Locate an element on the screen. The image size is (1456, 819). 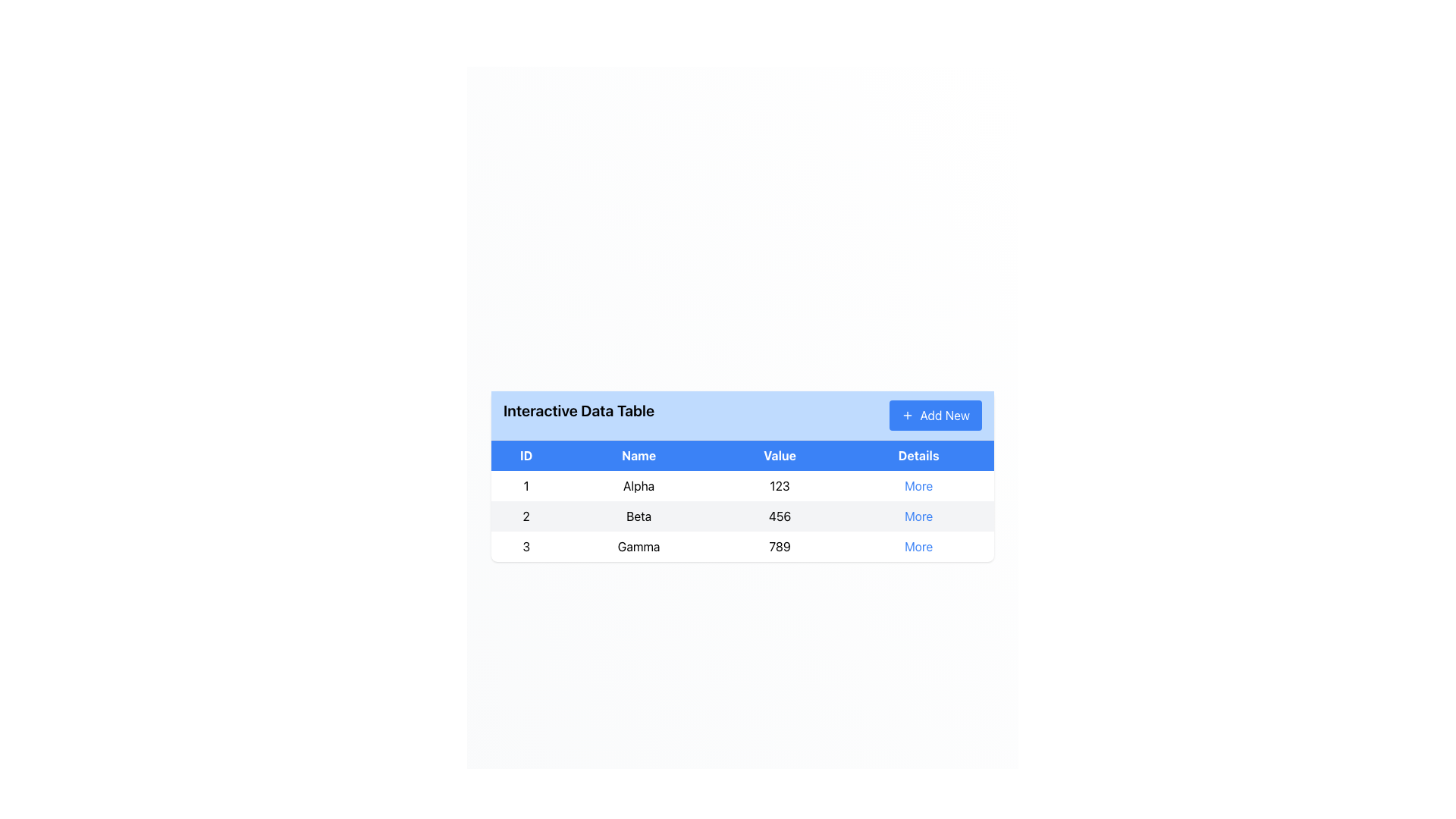
the Text Label in the first column of the third row of the table, which shows the ID or index number for row identification is located at coordinates (526, 546).